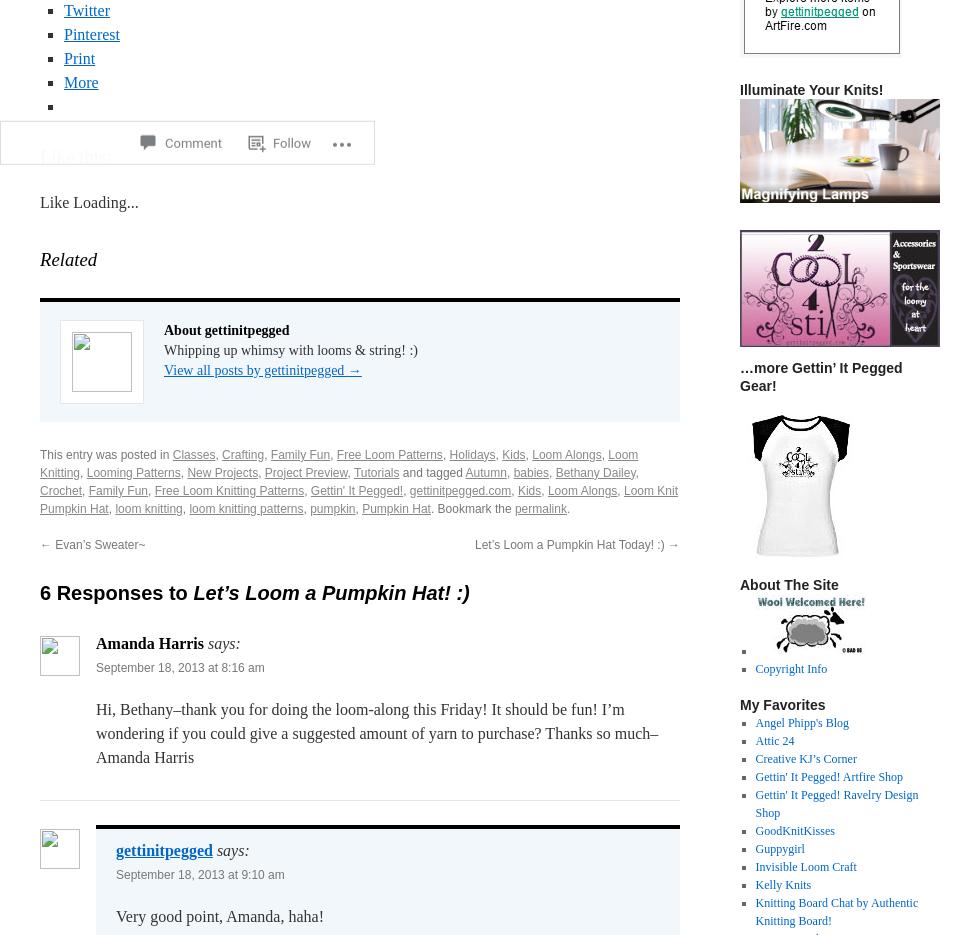 Image resolution: width=980 pixels, height=935 pixels. I want to click on 'Angel Phipp's Blog', so click(802, 721).